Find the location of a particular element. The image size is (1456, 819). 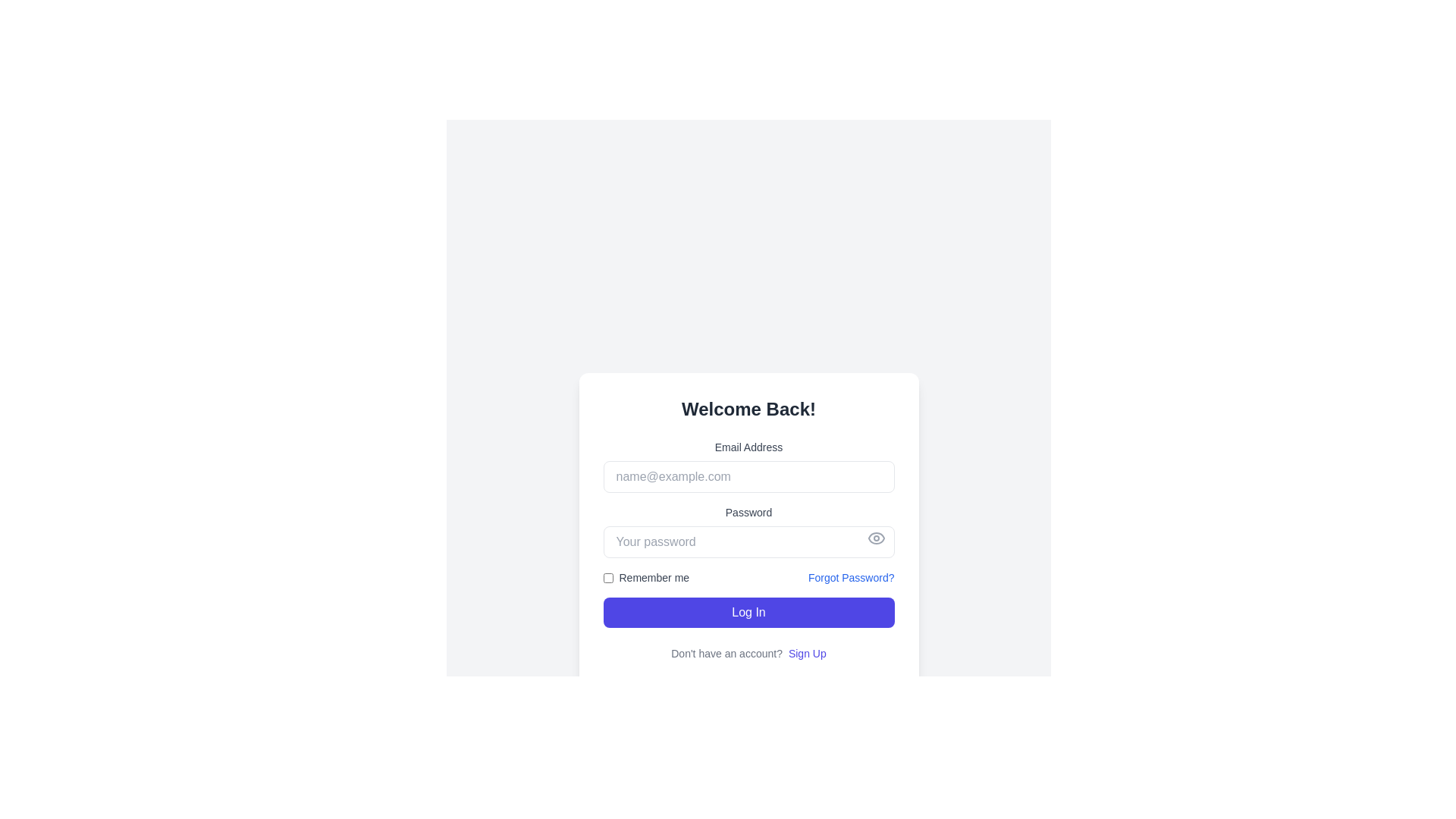

the clickable text link for password recovery located at the bottom right of the section containing the 'Remember me' checkbox is located at coordinates (851, 578).